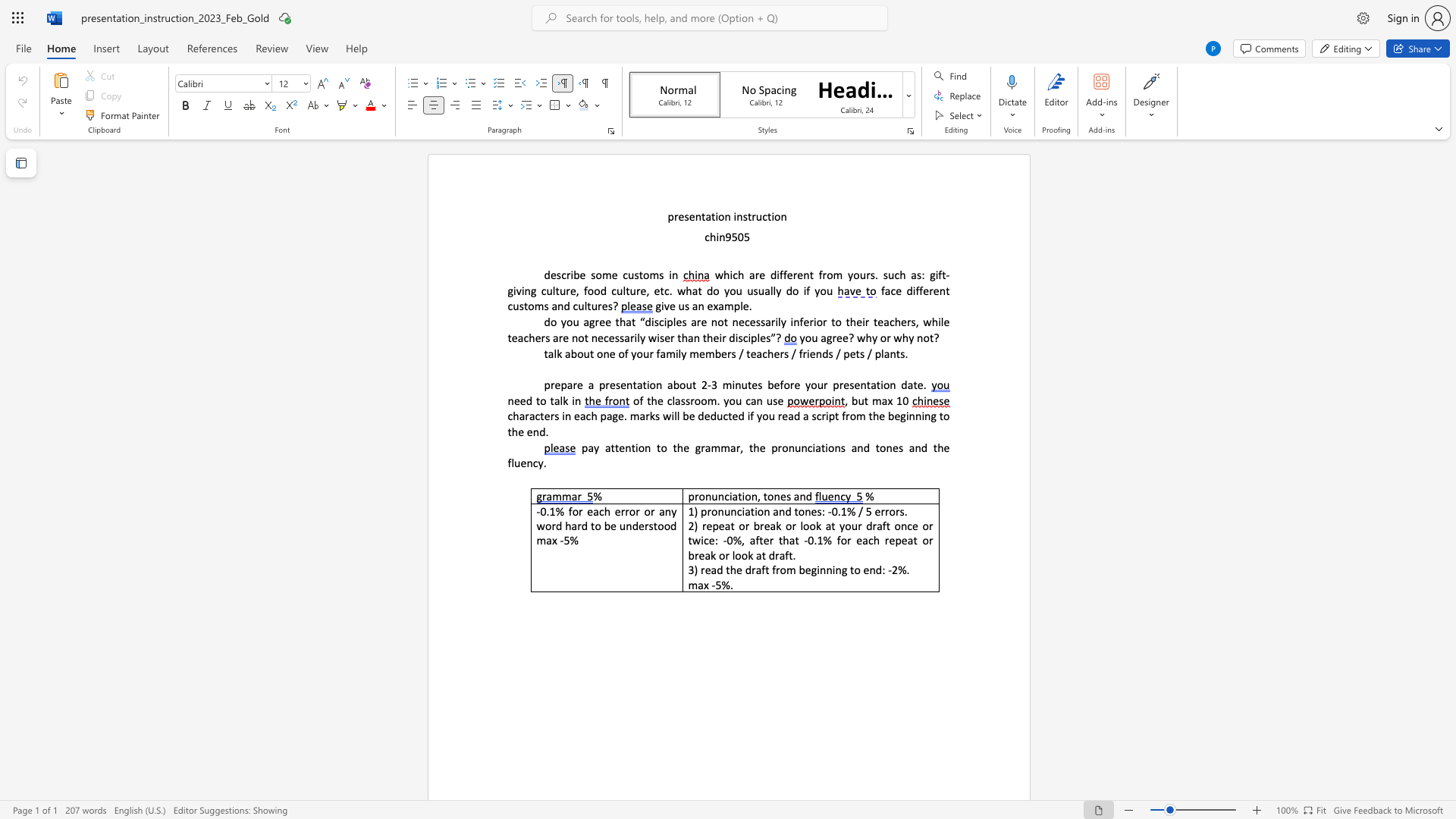  Describe the element at coordinates (670, 525) in the screenshot. I see `the subset text "d m" within the text "-0.1% for each error or any word hard to be understood max -5%"` at that location.